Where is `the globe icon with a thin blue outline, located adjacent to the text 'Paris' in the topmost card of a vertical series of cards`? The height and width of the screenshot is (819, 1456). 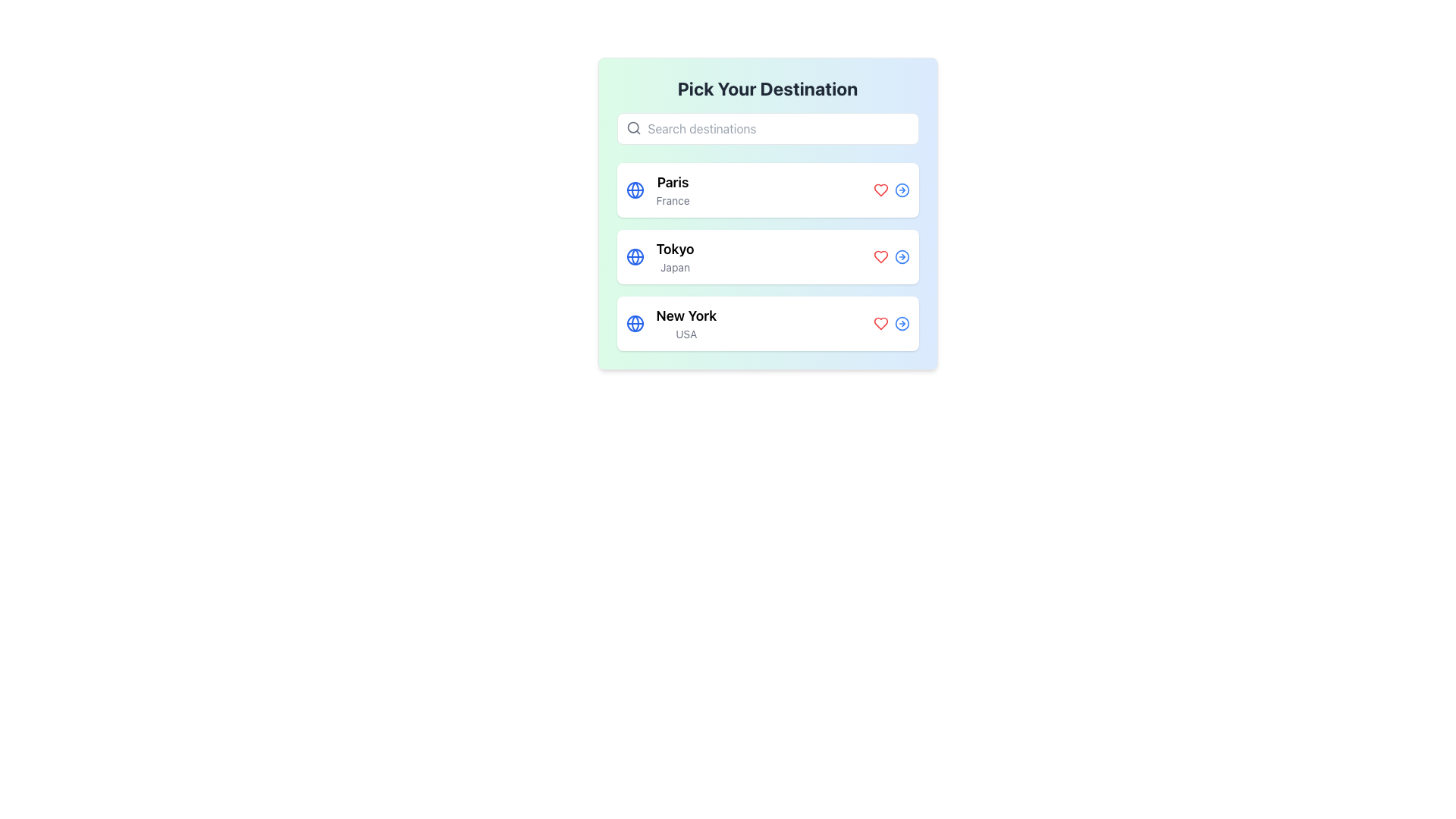
the globe icon with a thin blue outline, located adjacent to the text 'Paris' in the topmost card of a vertical series of cards is located at coordinates (635, 189).